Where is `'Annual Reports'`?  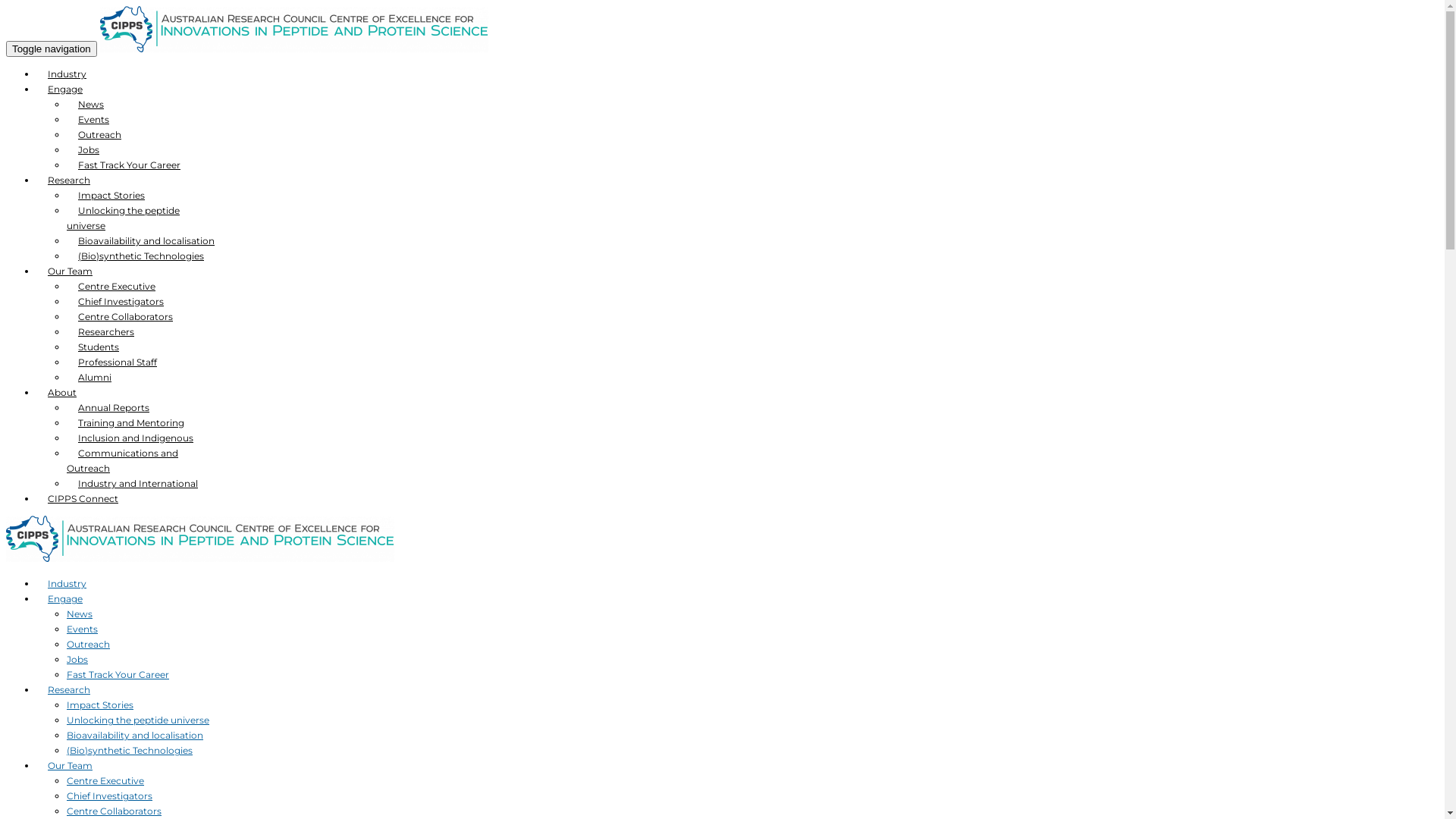
'Annual Reports' is located at coordinates (112, 406).